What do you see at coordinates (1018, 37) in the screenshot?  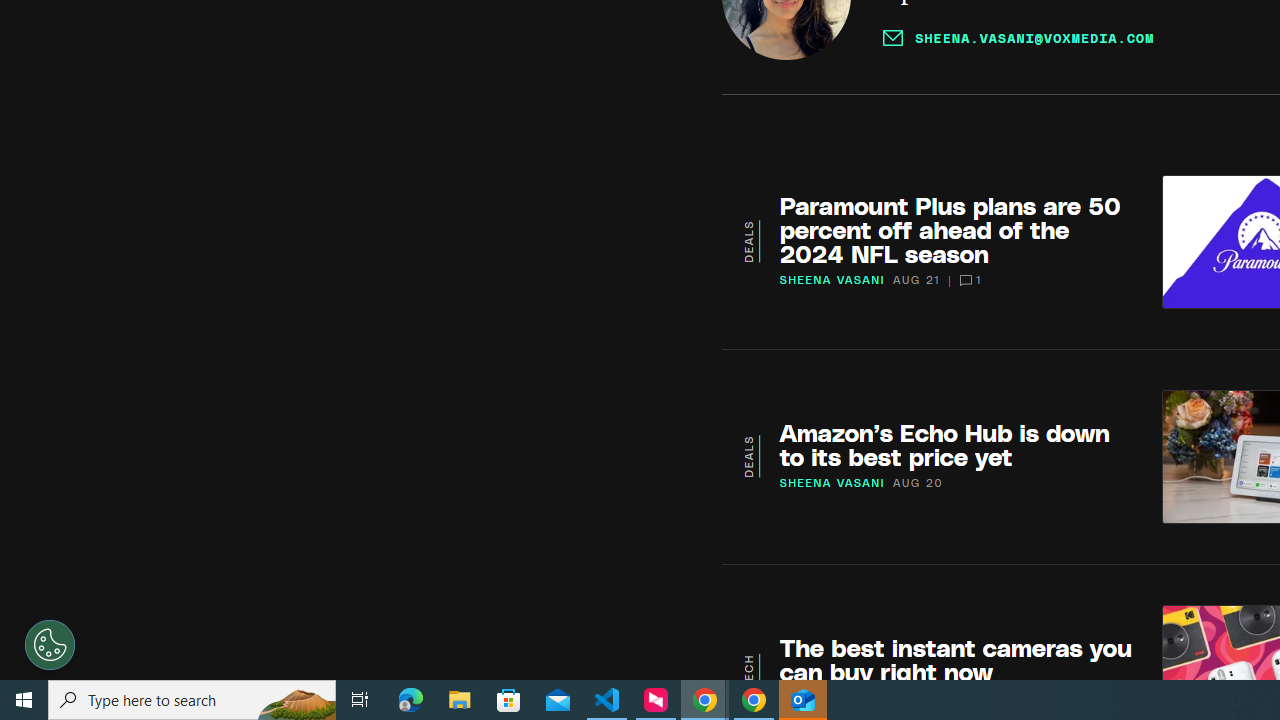 I see `'SHEENA.VASANI@VOXMEDIA.COM'` at bounding box center [1018, 37].